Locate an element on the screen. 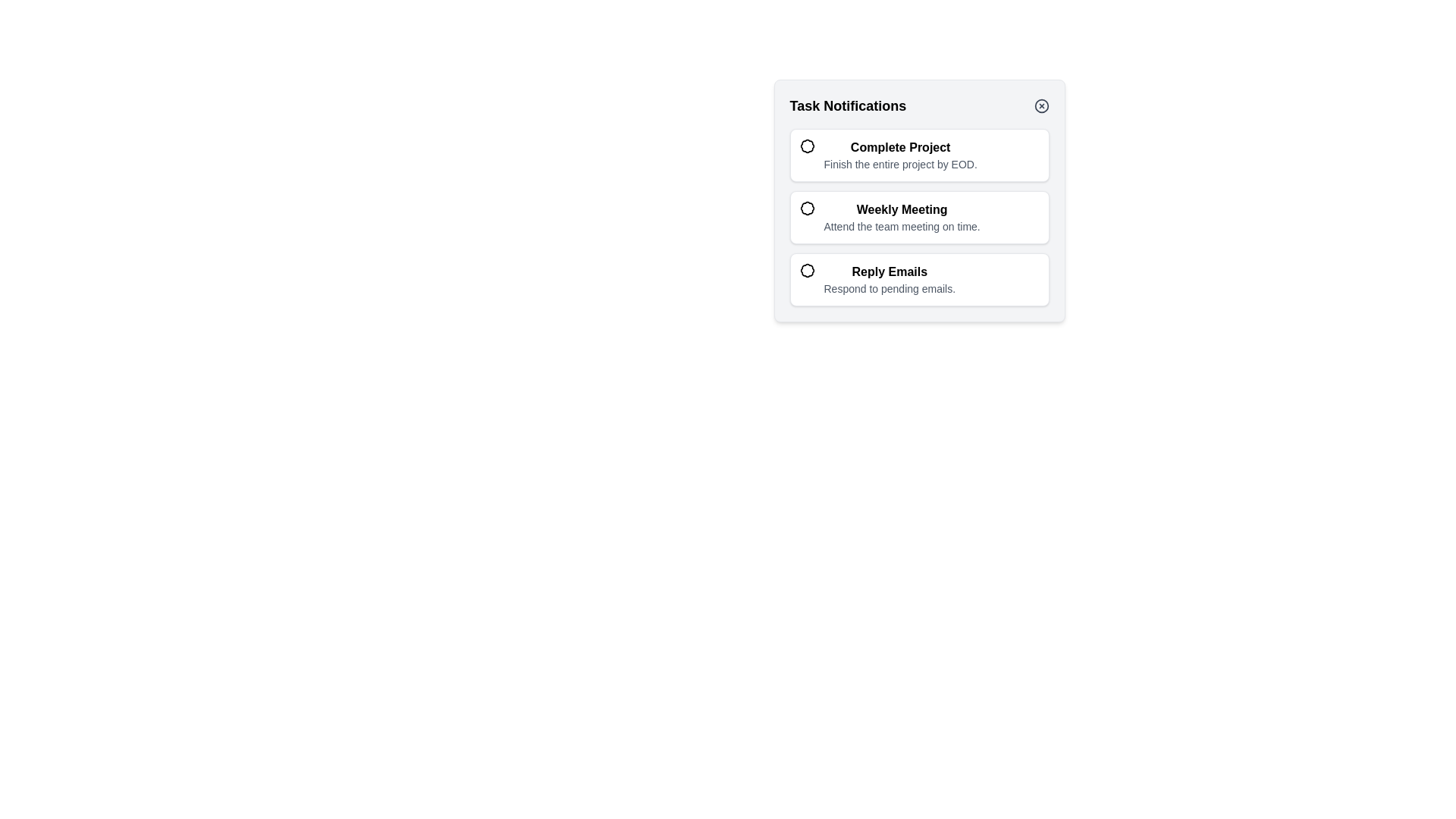  the priority icon located to the left of the text 'Complete Project' in the first section of the task notification card is located at coordinates (806, 146).